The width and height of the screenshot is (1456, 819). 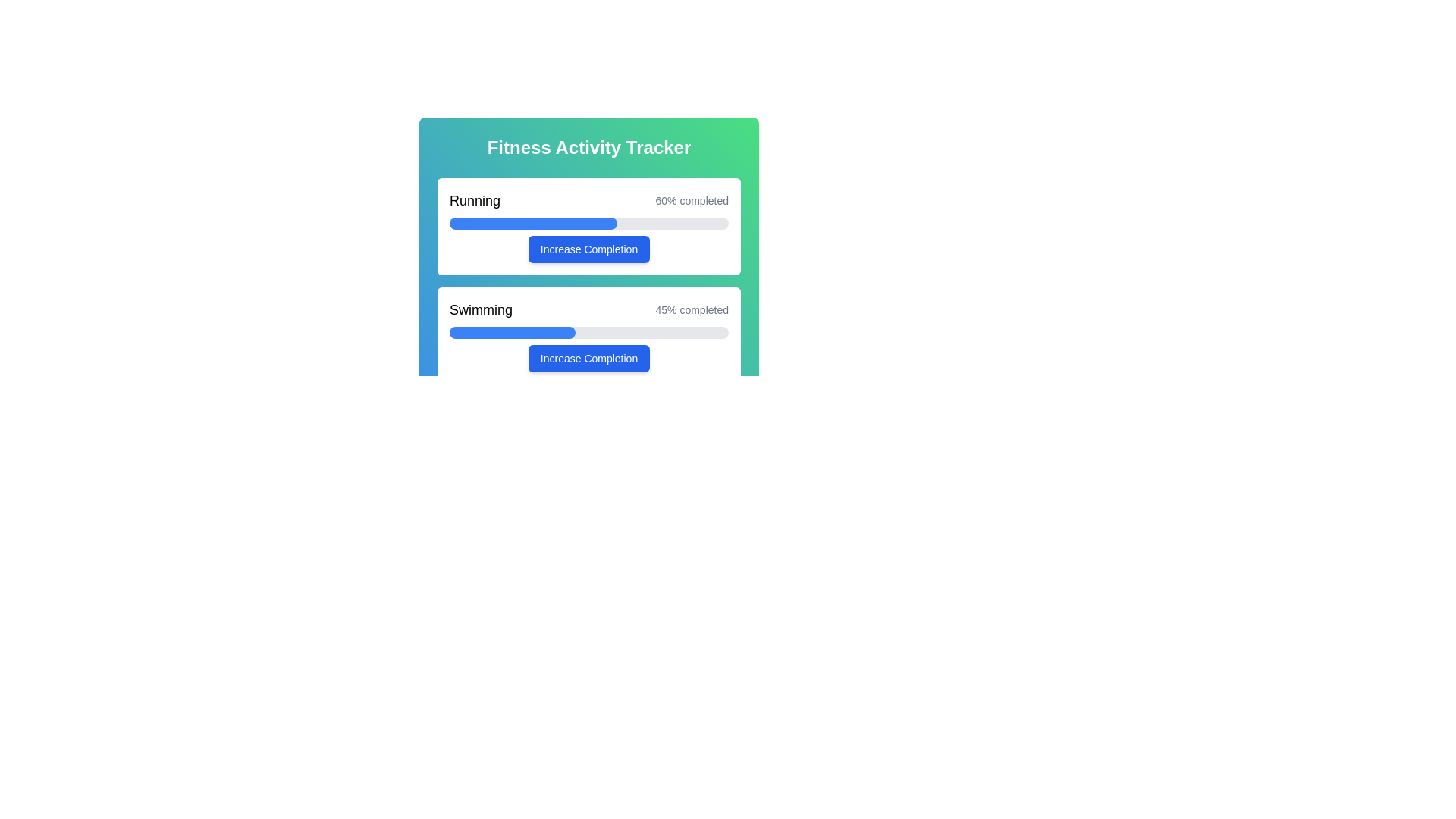 What do you see at coordinates (588, 359) in the screenshot?
I see `the interactive button located below the progress bar labeled '45% completed' in the 'Swimming' section` at bounding box center [588, 359].